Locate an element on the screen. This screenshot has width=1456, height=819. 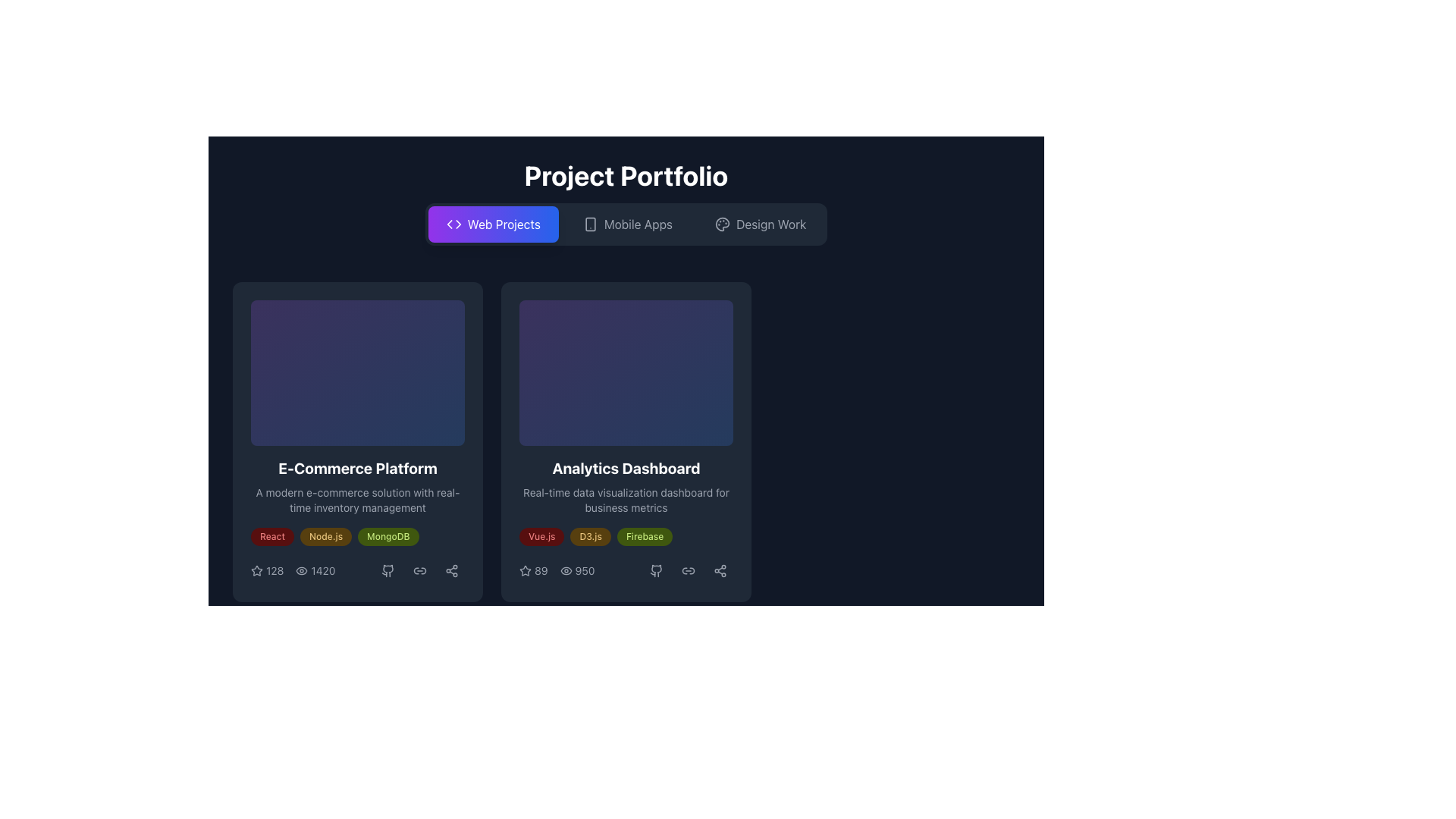
the graphical eye icon button associated with the view count in the right section of the second card on the 'Analytics Dashboard.' is located at coordinates (565, 570).